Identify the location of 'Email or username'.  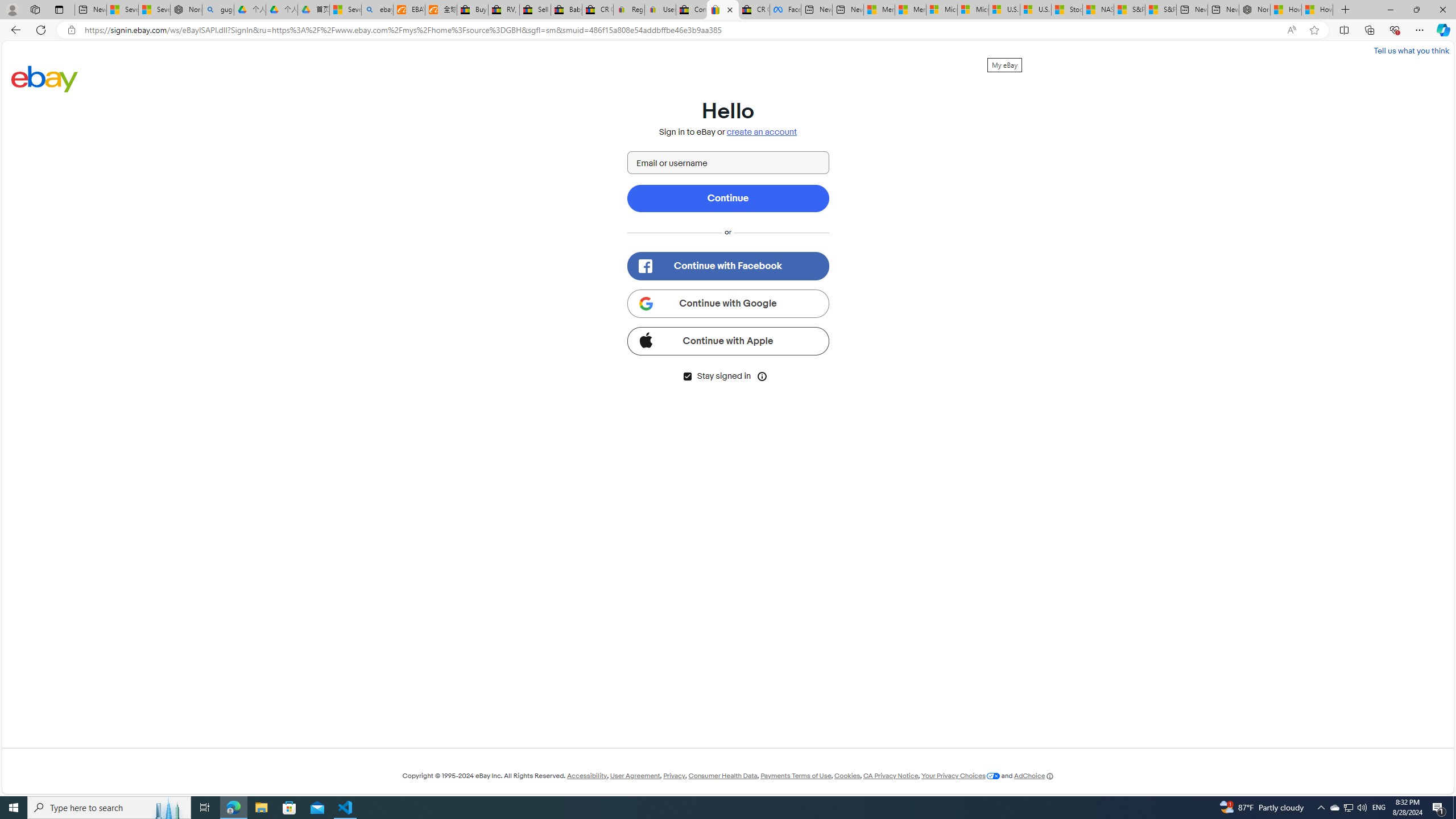
(728, 162).